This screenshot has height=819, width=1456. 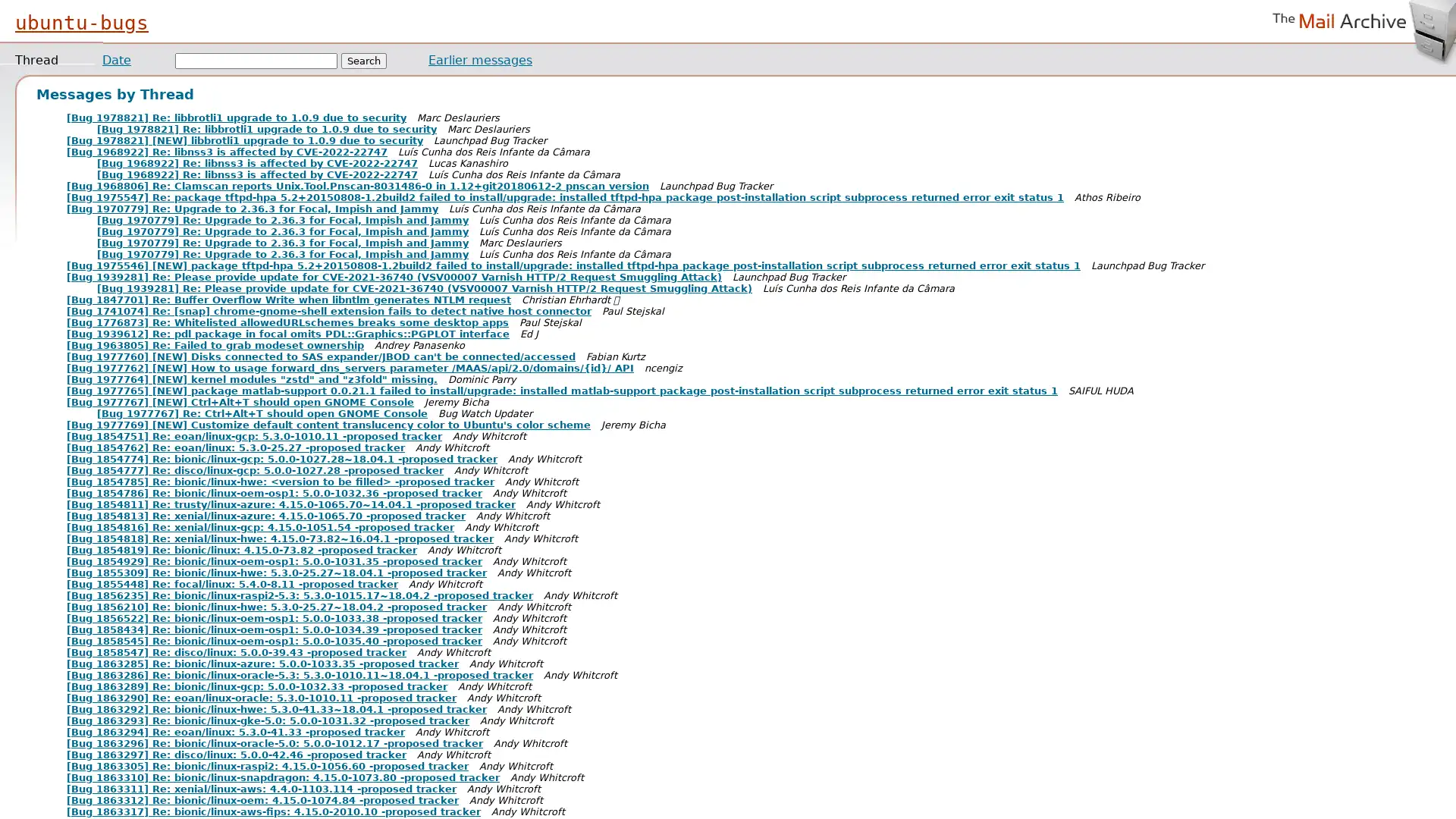 What do you see at coordinates (364, 60) in the screenshot?
I see `Search` at bounding box center [364, 60].